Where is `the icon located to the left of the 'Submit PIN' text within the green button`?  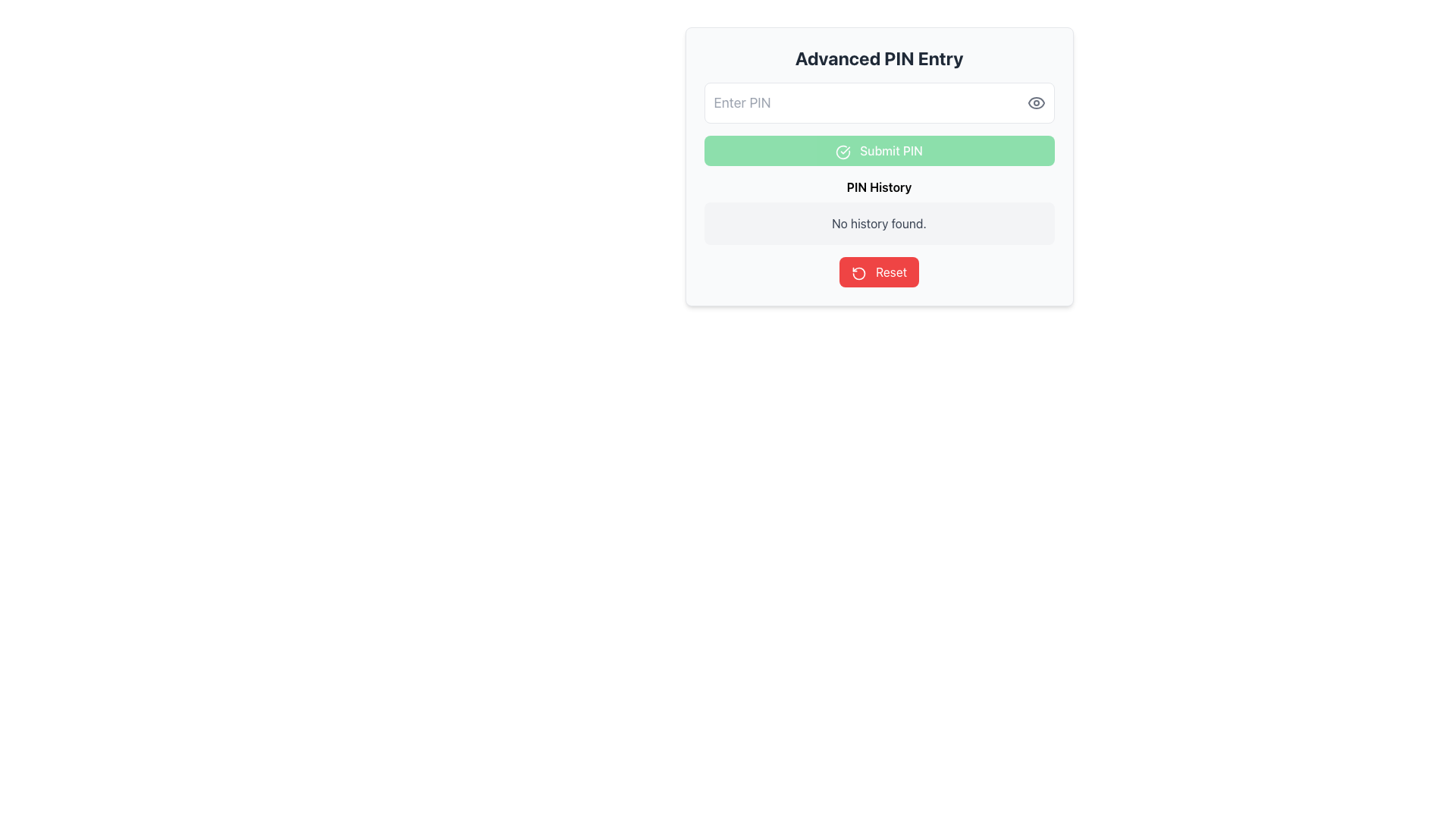
the icon located to the left of the 'Submit PIN' text within the green button is located at coordinates (843, 152).